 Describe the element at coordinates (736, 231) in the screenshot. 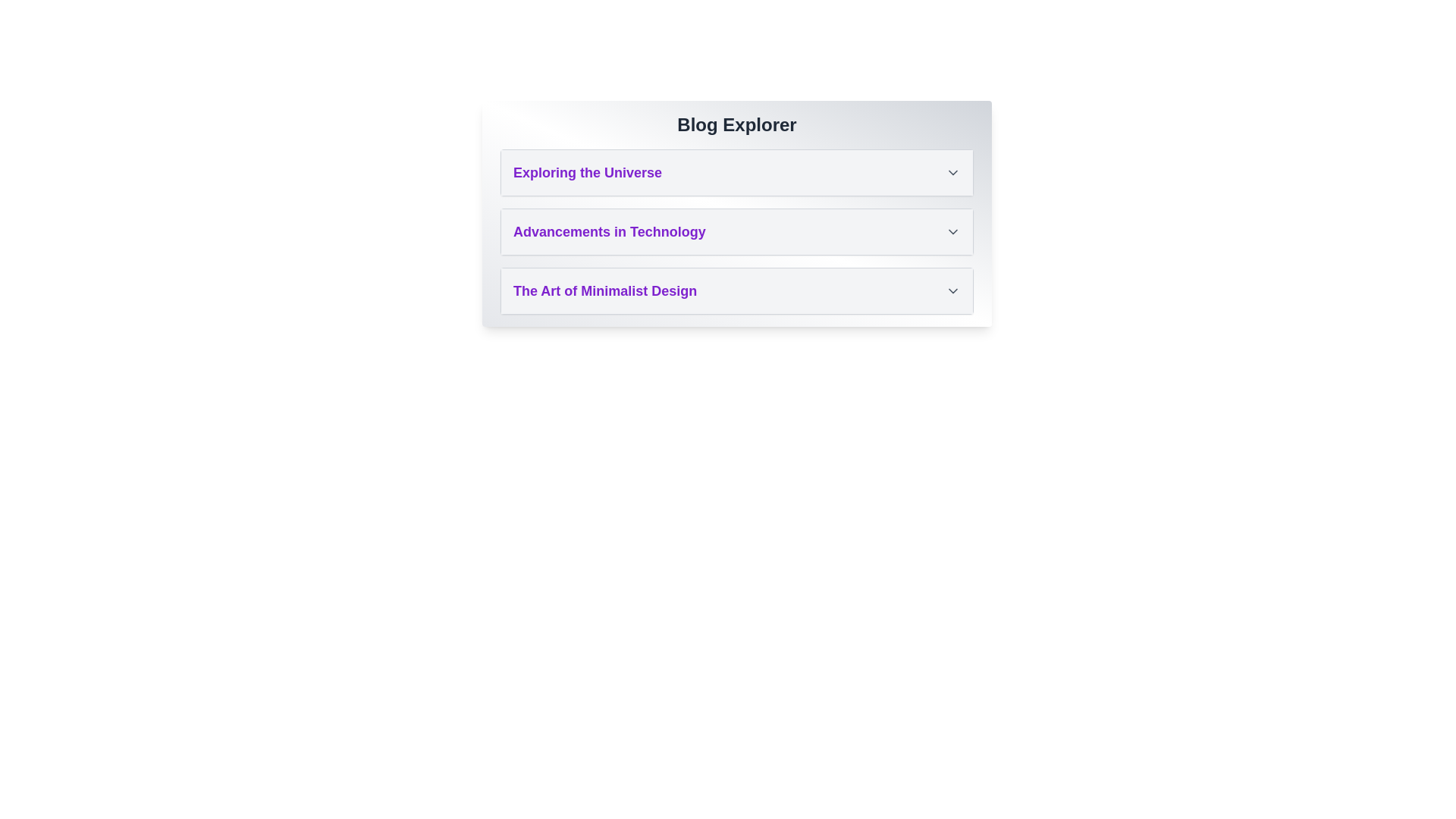

I see `the 'Advancements in Technology' expandable list item` at that location.